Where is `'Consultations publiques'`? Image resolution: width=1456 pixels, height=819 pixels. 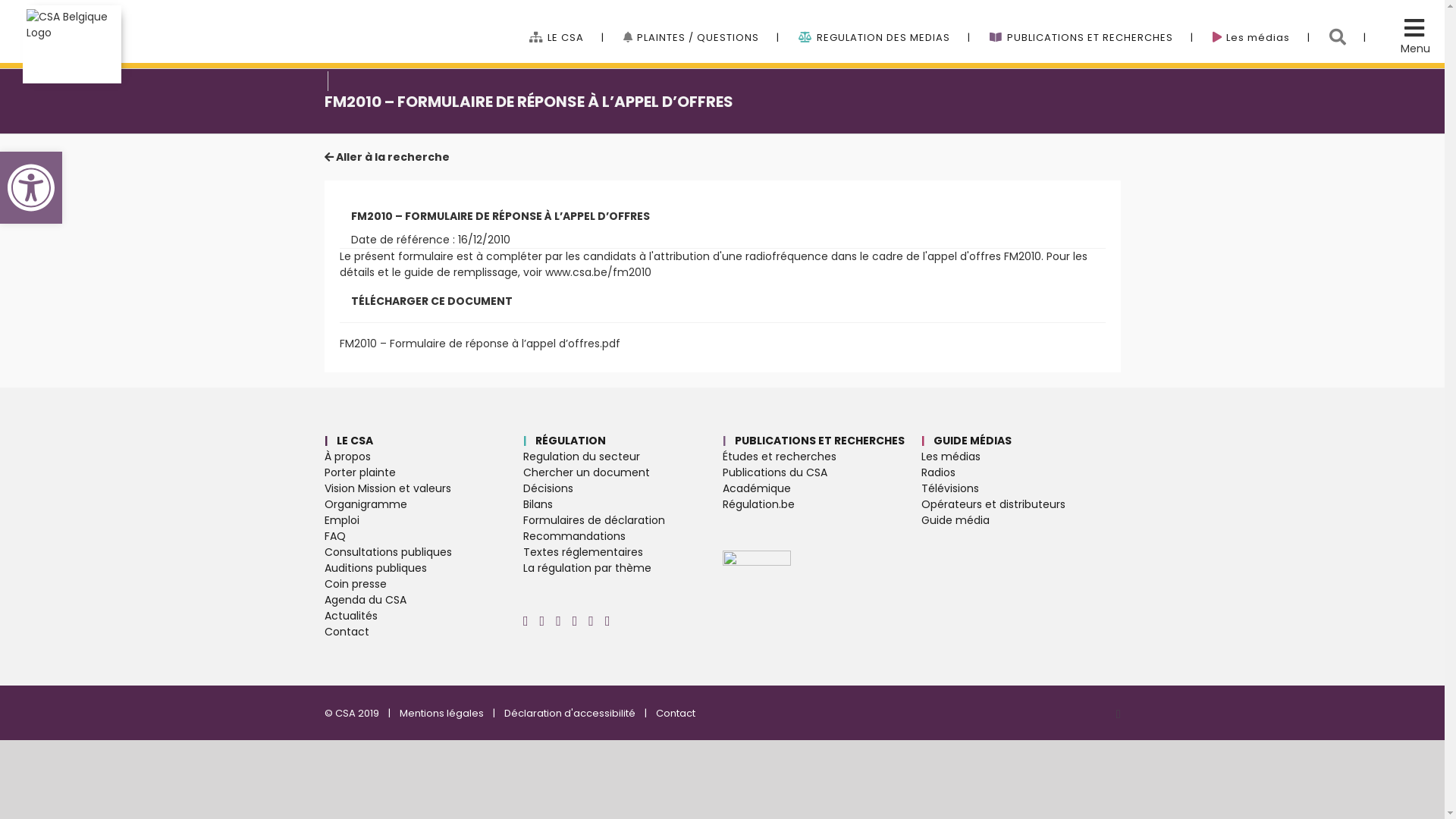
'Consultations publiques' is located at coordinates (323, 552).